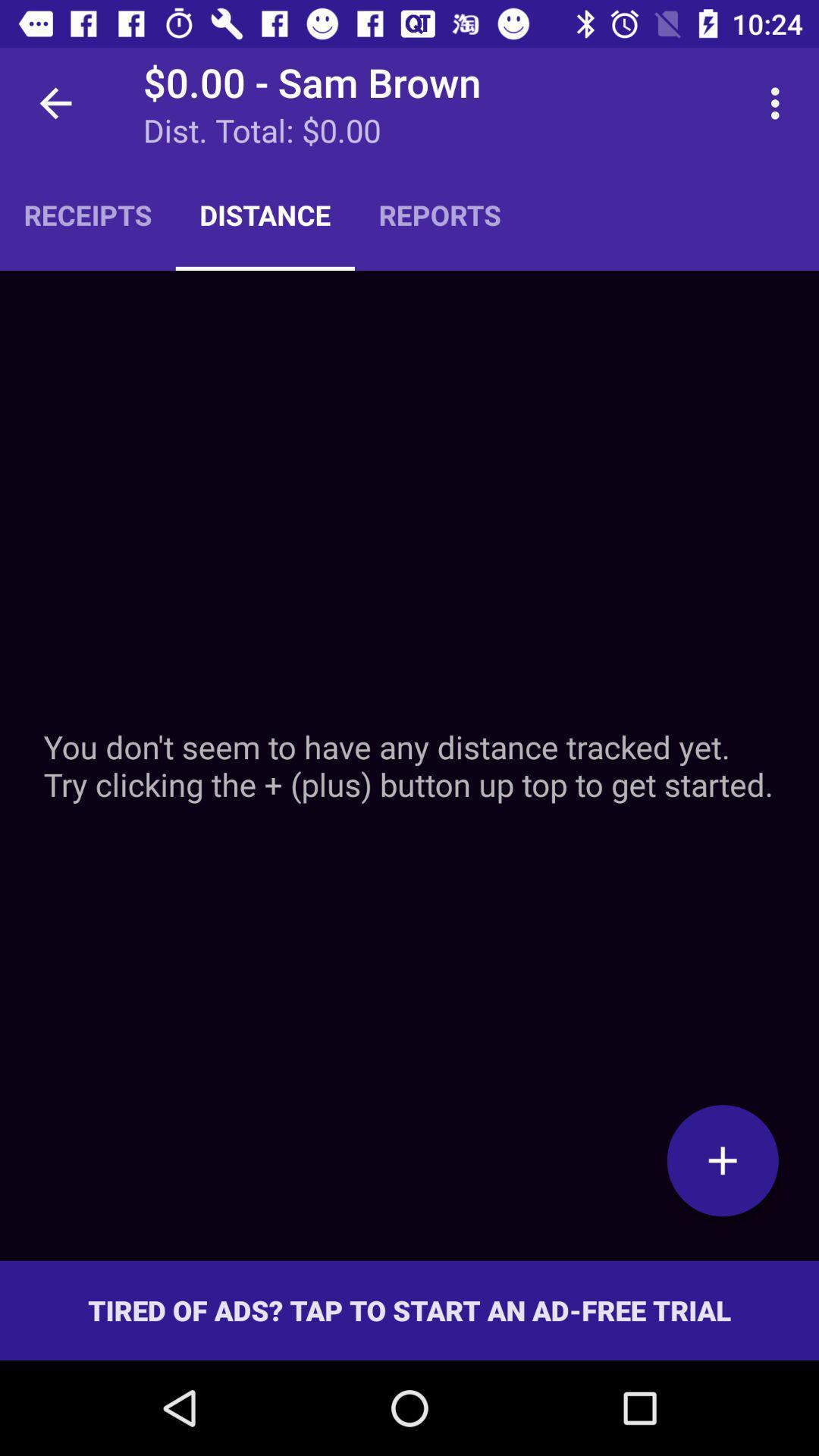 Image resolution: width=819 pixels, height=1456 pixels. Describe the element at coordinates (722, 1159) in the screenshot. I see `the add icon` at that location.